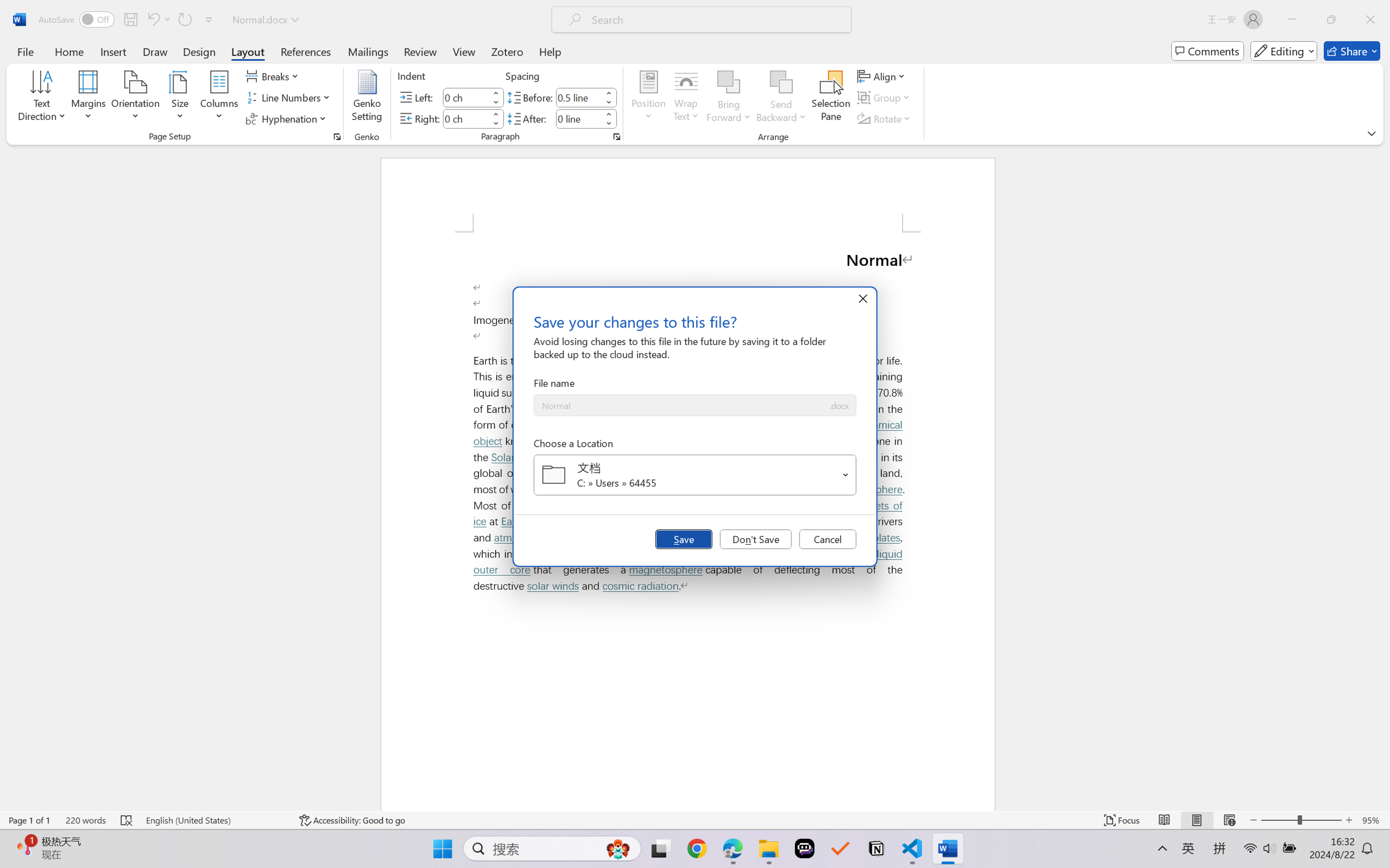  I want to click on 'Rotate', so click(885, 119).